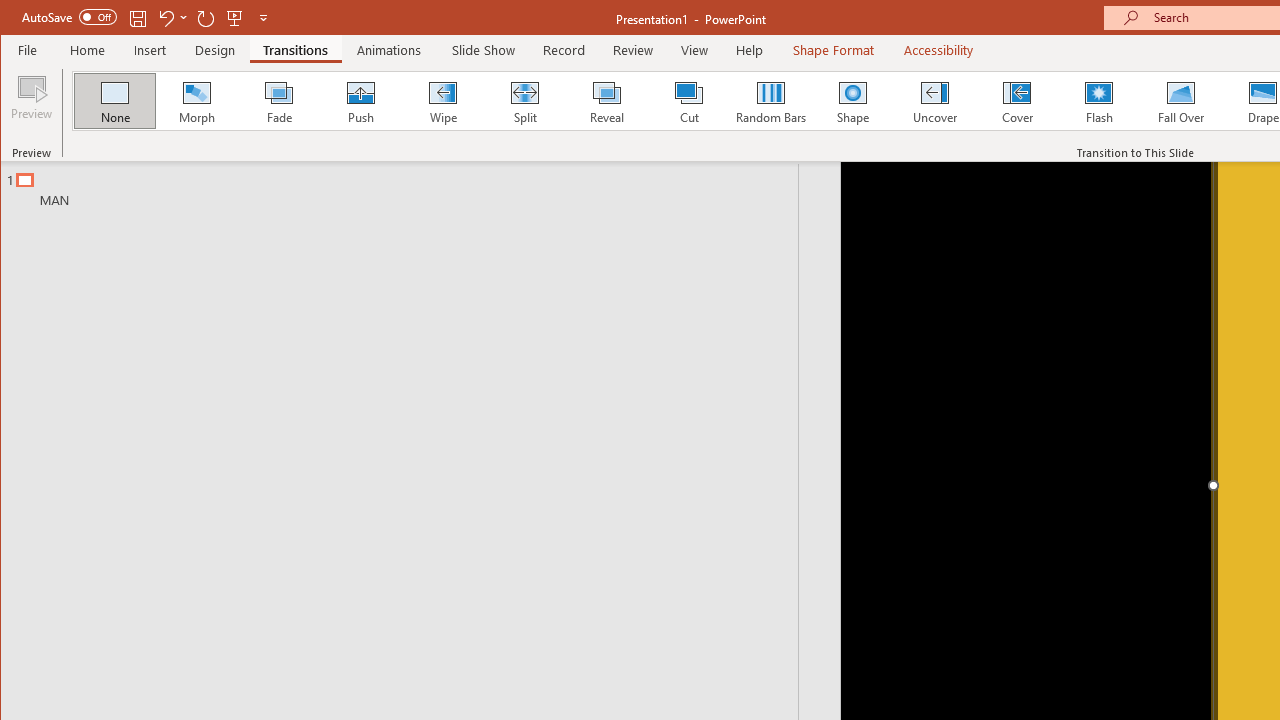 The image size is (1280, 720). Describe the element at coordinates (524, 100) in the screenshot. I see `'Split'` at that location.